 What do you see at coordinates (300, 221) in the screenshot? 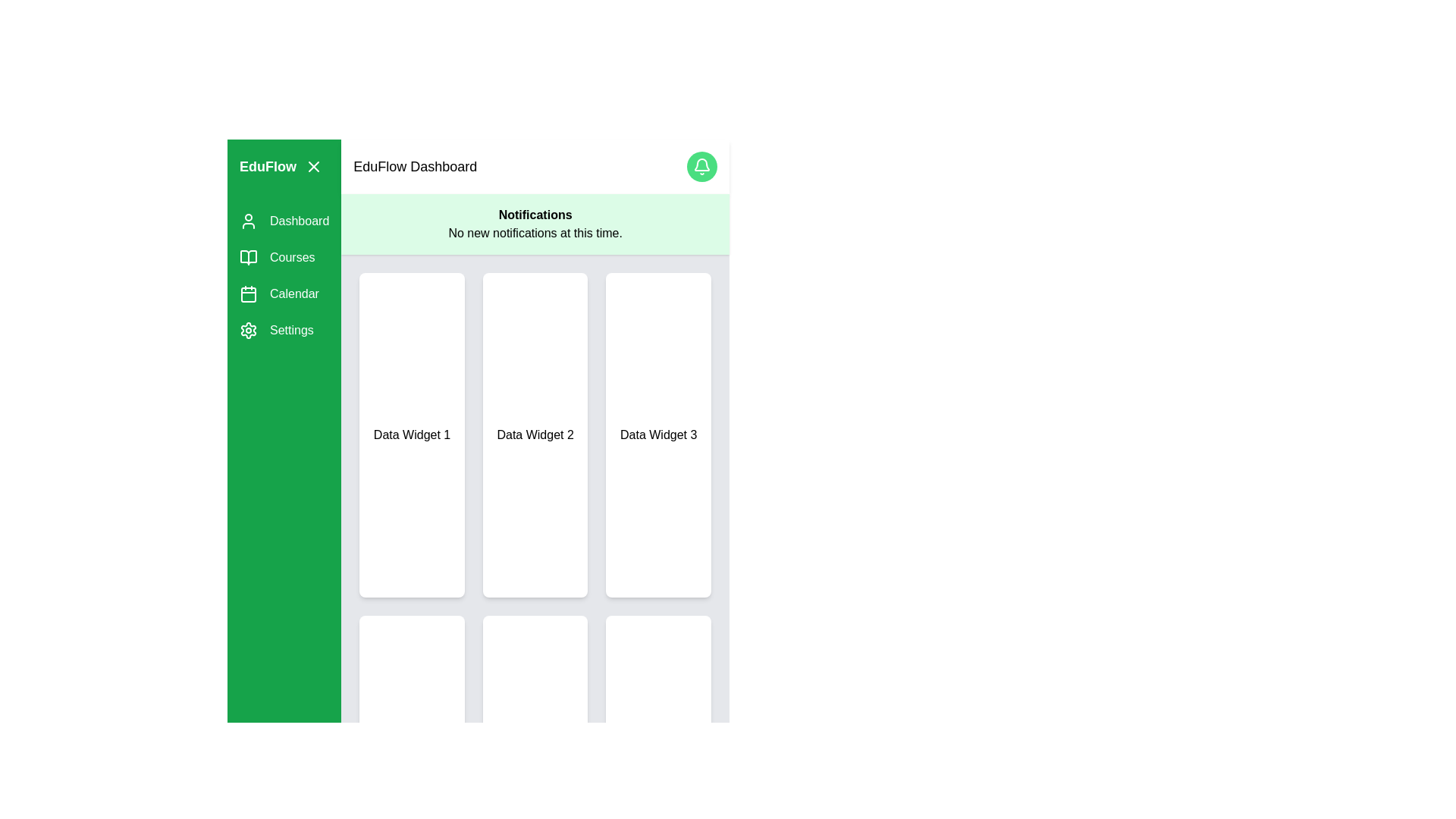
I see `the 'Dashboard' text label, which is styled in white bold text against a green background and is part of the left-hand side navigation menu` at bounding box center [300, 221].